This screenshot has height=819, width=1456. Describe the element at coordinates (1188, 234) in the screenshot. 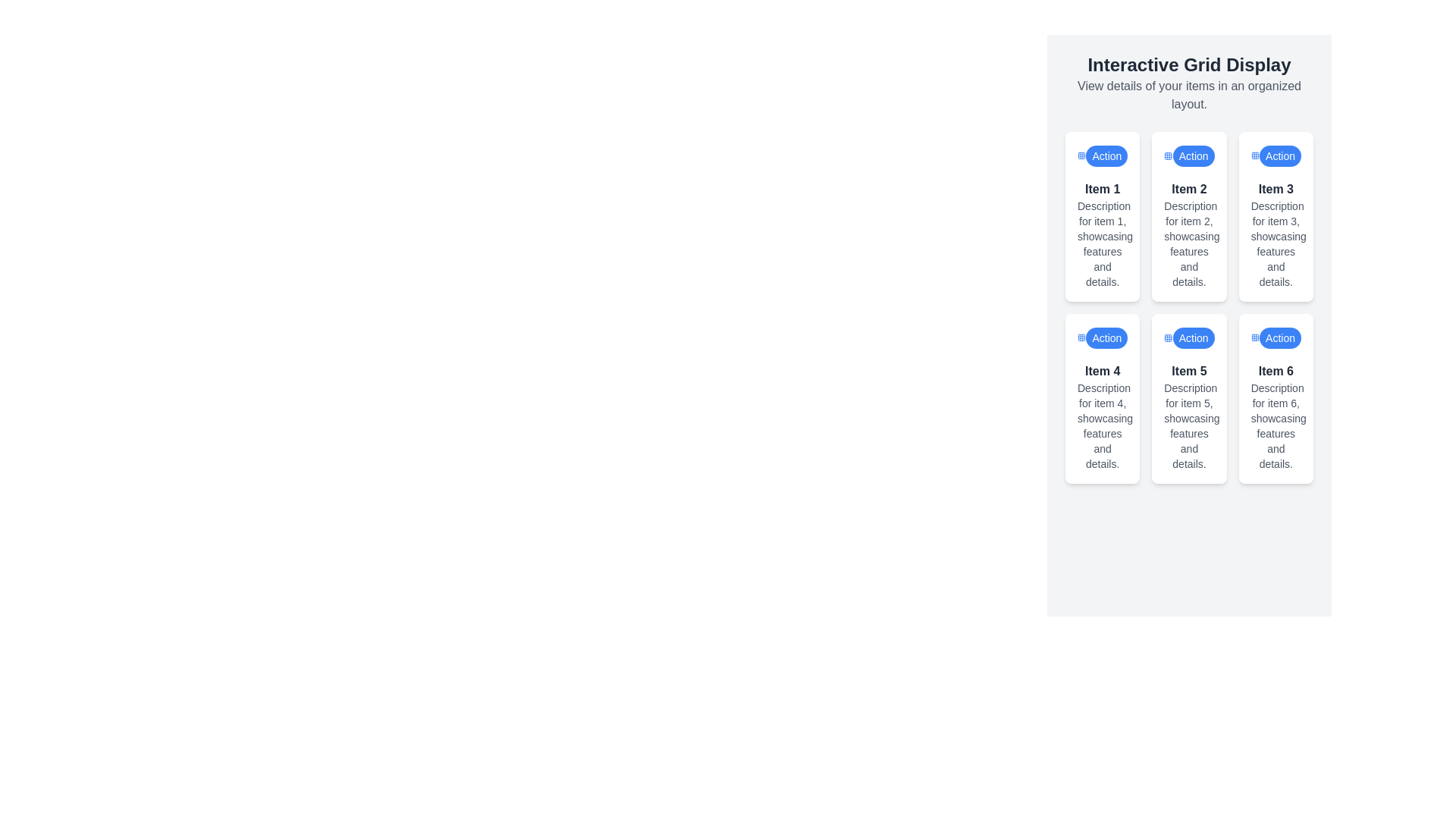

I see `the textual content display labeled 'Item 2' which features a title in bold, dark-gray font and a description in lighter-gray font, located in the second column of the grid layout` at that location.